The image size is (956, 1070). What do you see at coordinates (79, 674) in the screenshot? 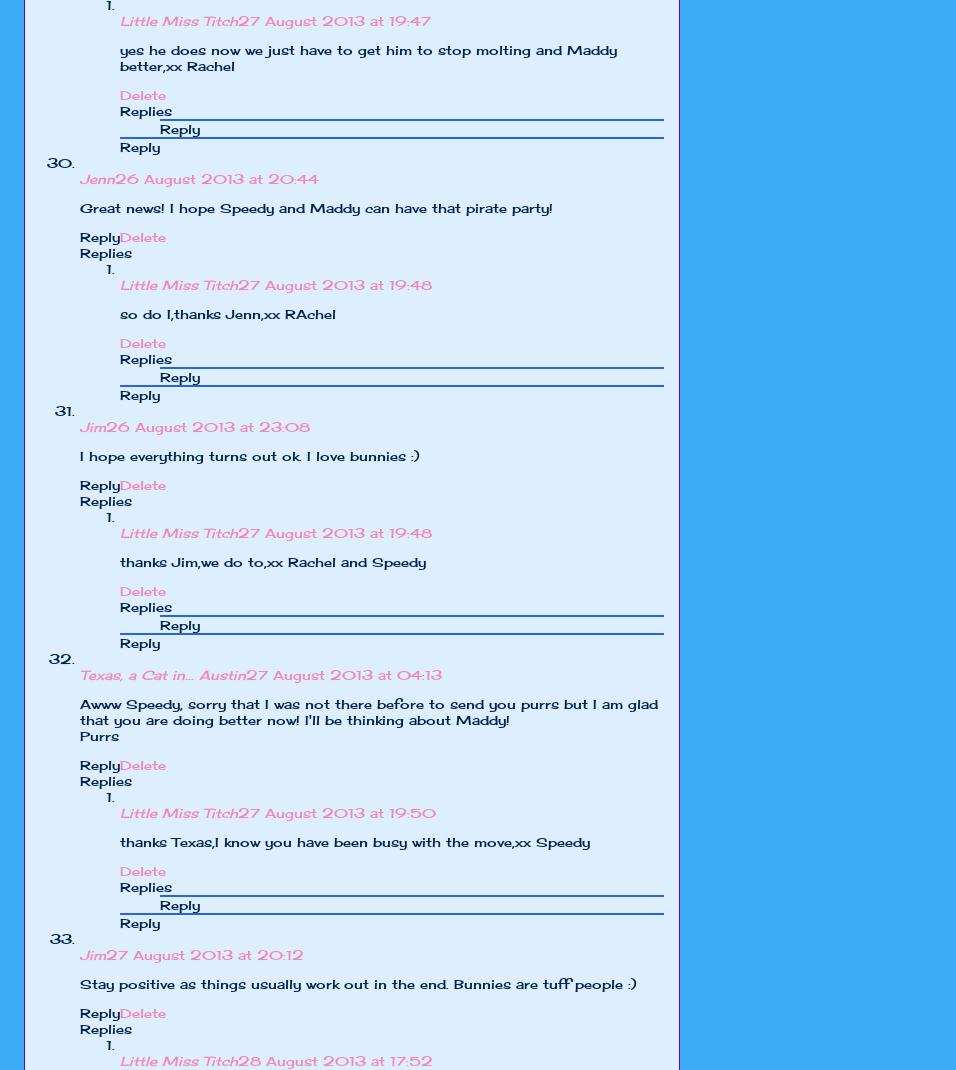
I see `'Texas, a Cat in... Austin'` at bounding box center [79, 674].